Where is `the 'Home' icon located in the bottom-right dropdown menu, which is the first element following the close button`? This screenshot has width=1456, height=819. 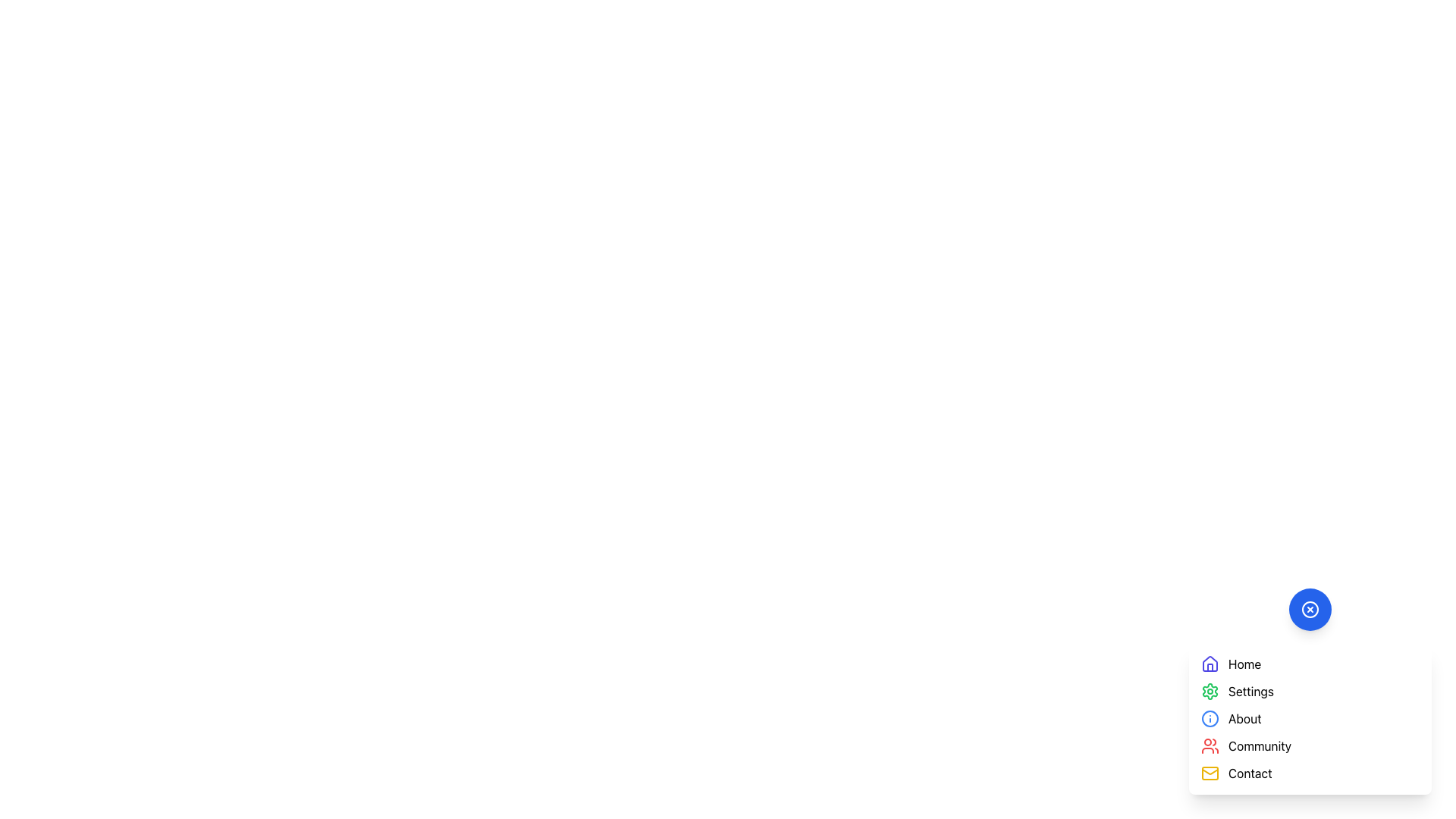 the 'Home' icon located in the bottom-right dropdown menu, which is the first element following the close button is located at coordinates (1210, 663).